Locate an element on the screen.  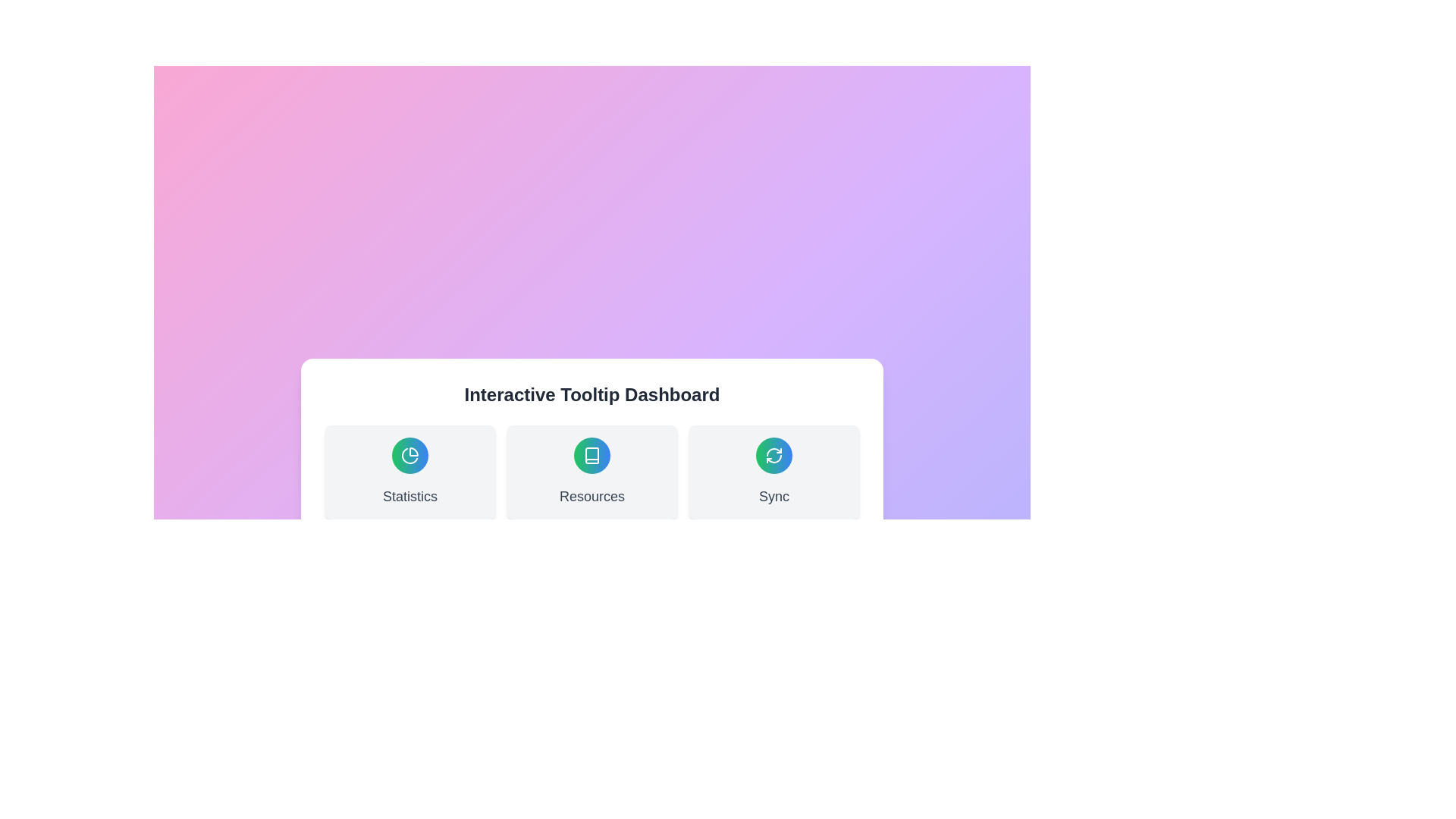
the circular Icon button with a gradient background and a white pie chart icon, located in the center of the 'Statistics' card in the 'Interactive Tooltip Dashboard' is located at coordinates (410, 455).